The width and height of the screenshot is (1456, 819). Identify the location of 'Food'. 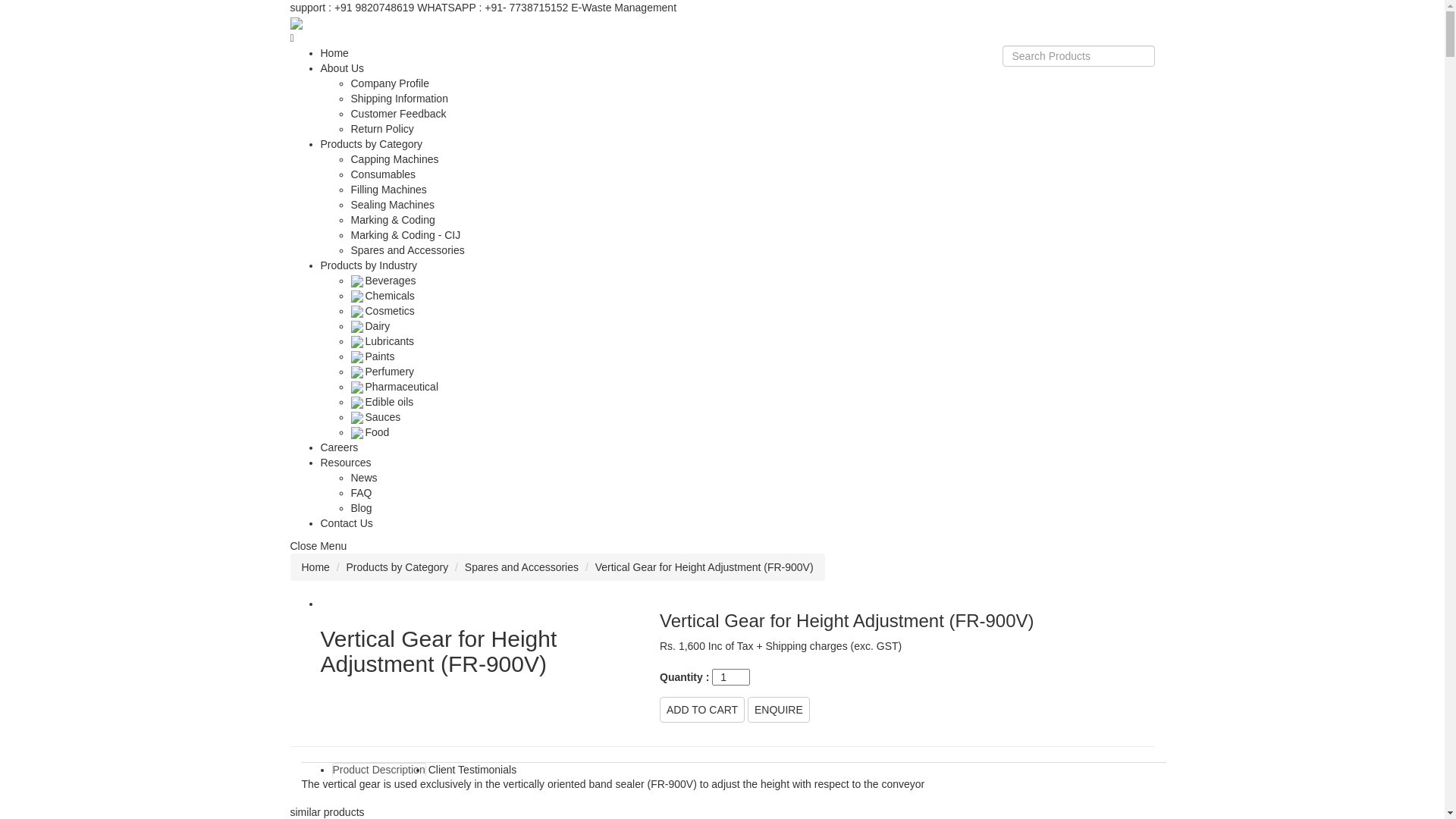
(369, 432).